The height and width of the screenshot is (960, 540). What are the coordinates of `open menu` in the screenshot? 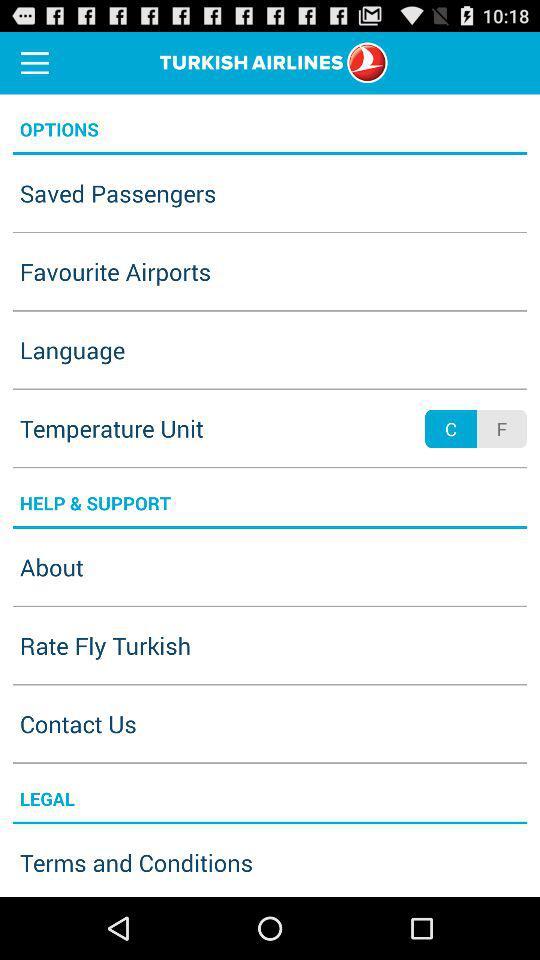 It's located at (35, 62).